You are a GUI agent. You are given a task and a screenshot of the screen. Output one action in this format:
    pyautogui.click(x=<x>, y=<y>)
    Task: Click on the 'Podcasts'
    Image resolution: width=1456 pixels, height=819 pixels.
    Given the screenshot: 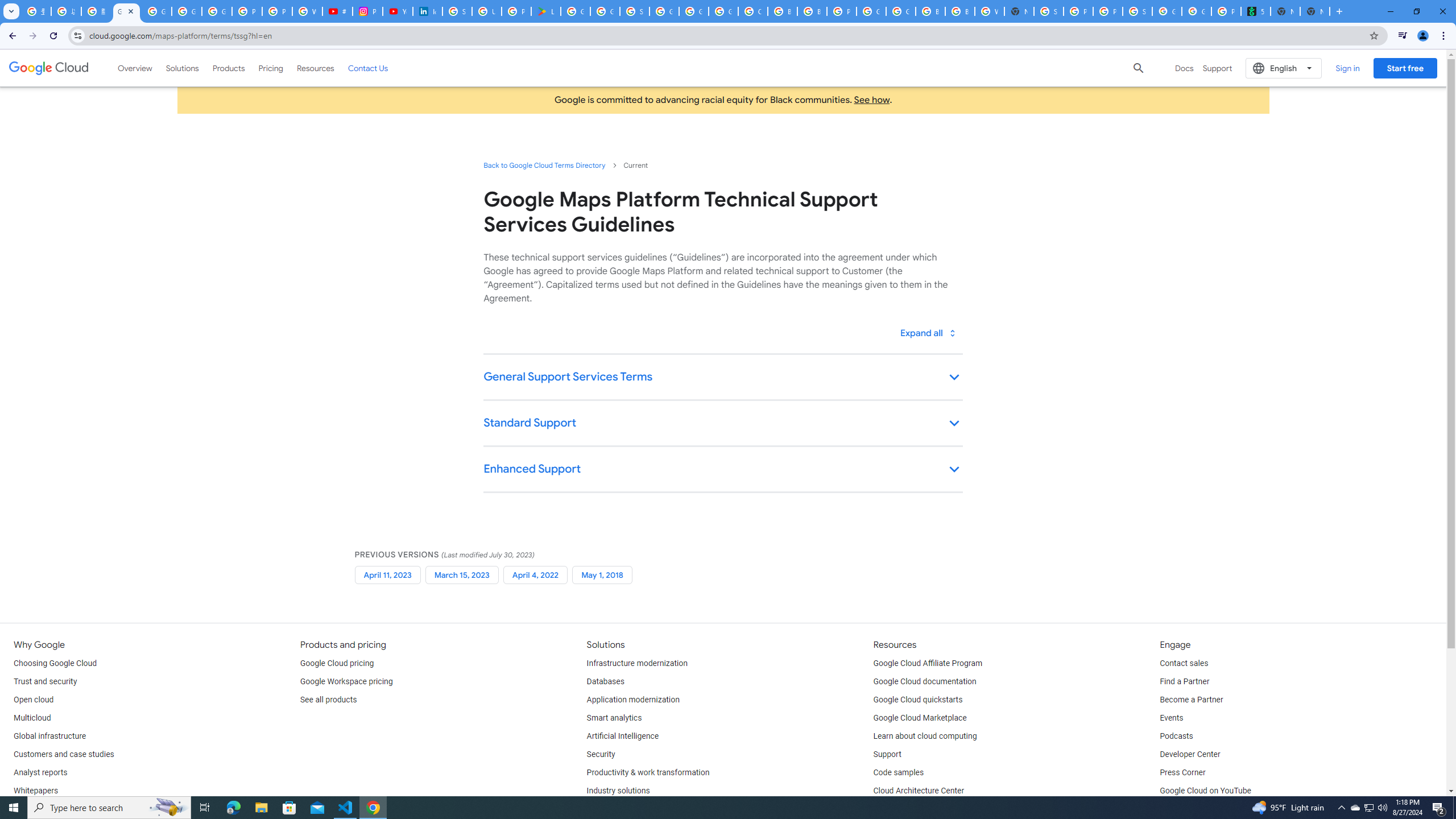 What is the action you would take?
    pyautogui.click(x=1176, y=736)
    